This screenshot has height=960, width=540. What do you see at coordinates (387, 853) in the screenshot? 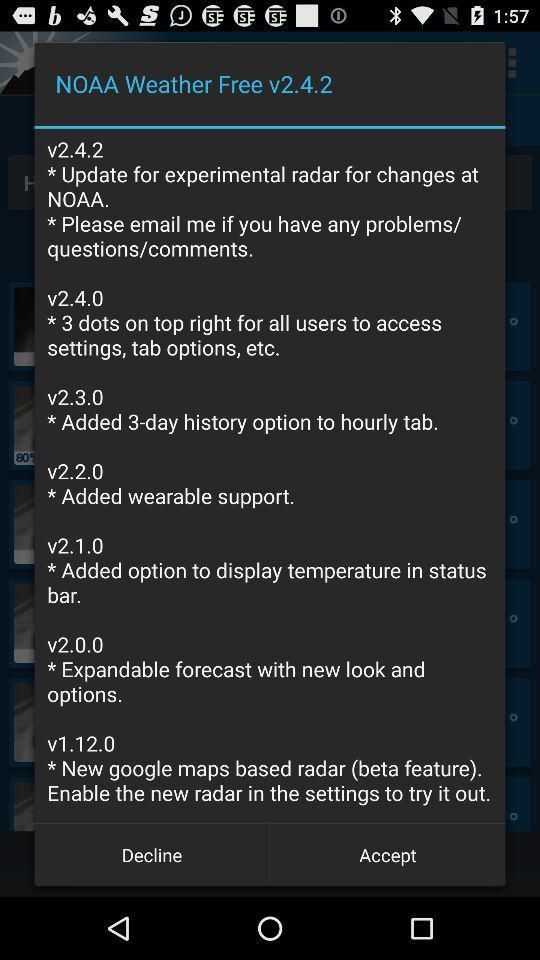
I see `the item below v2 4 2 app` at bounding box center [387, 853].